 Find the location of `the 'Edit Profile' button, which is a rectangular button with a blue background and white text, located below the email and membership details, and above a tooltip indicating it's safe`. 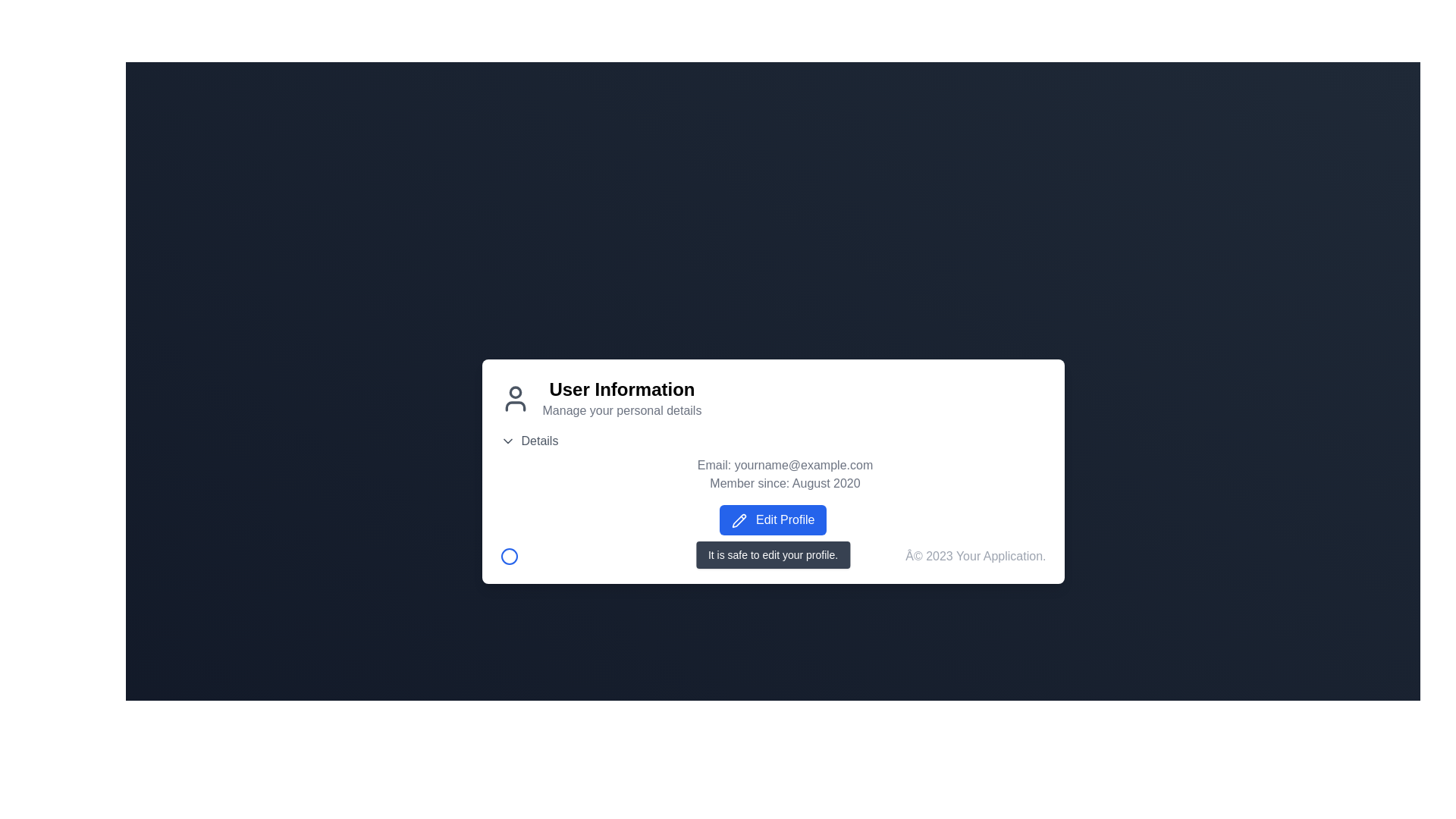

the 'Edit Profile' button, which is a rectangular button with a blue background and white text, located below the email and membership details, and above a tooltip indicating it's safe is located at coordinates (773, 519).